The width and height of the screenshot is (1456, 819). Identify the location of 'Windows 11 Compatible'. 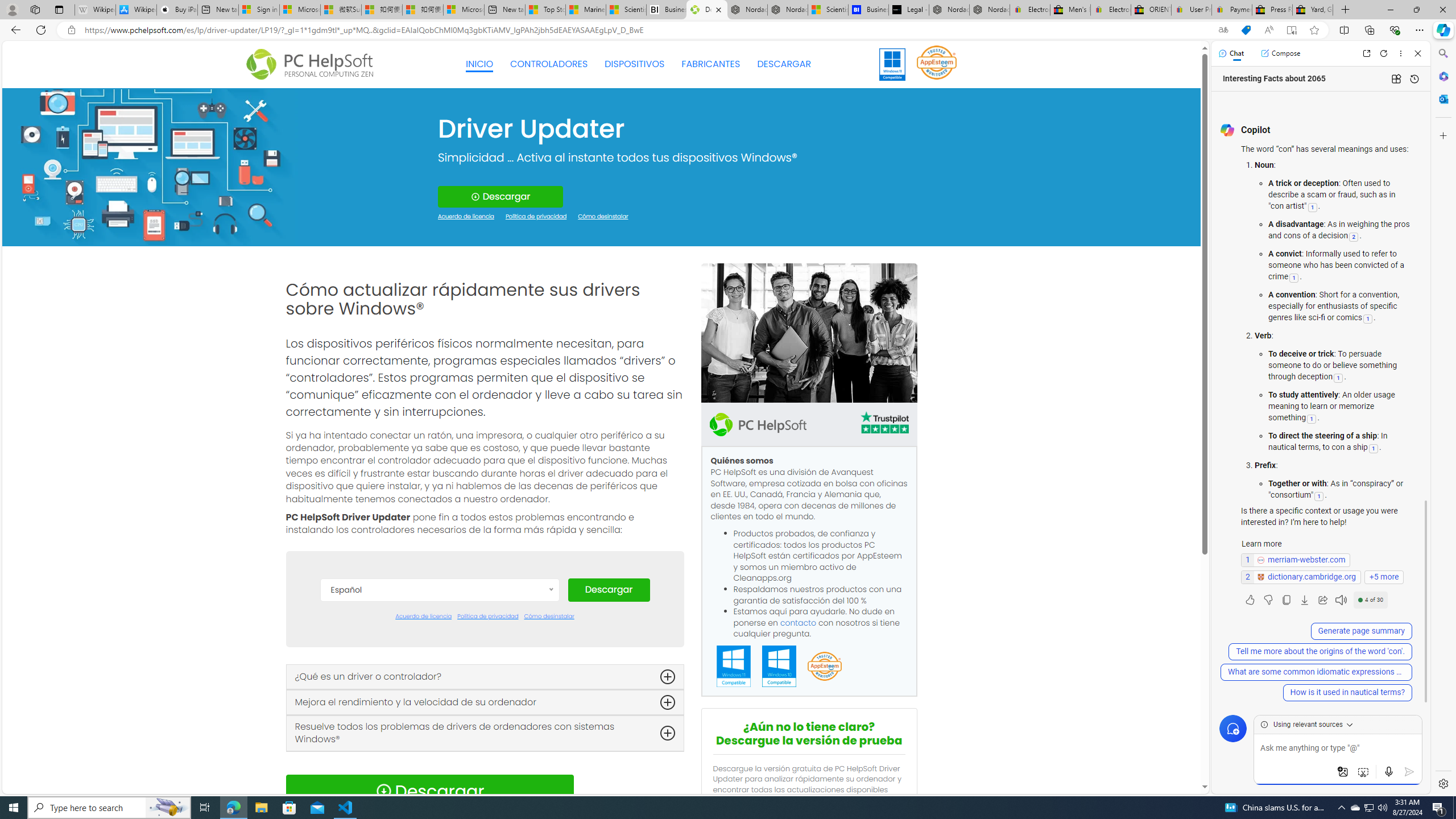
(733, 666).